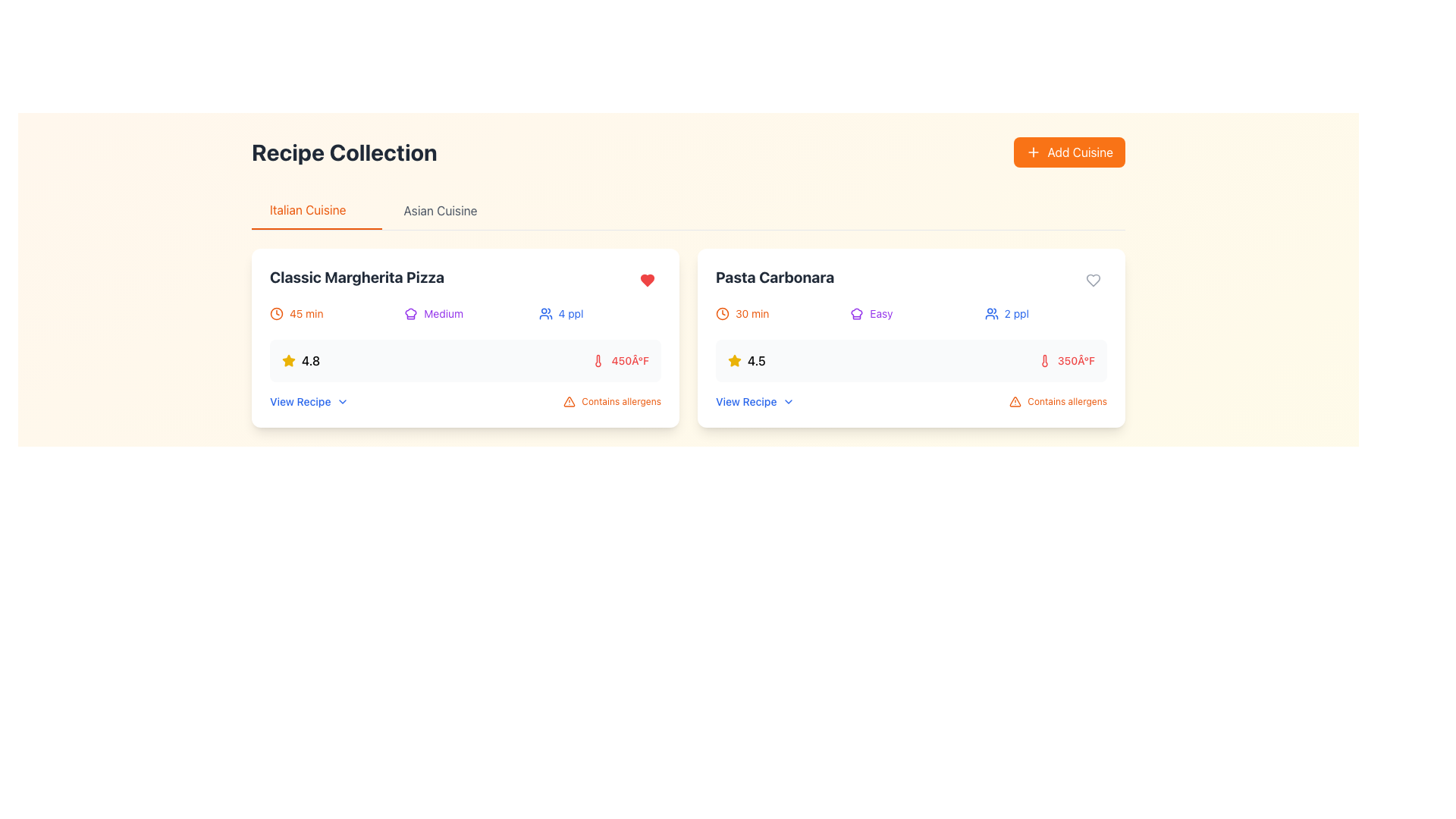 The width and height of the screenshot is (1456, 819). What do you see at coordinates (309, 400) in the screenshot?
I see `the 'View Recipe' button` at bounding box center [309, 400].